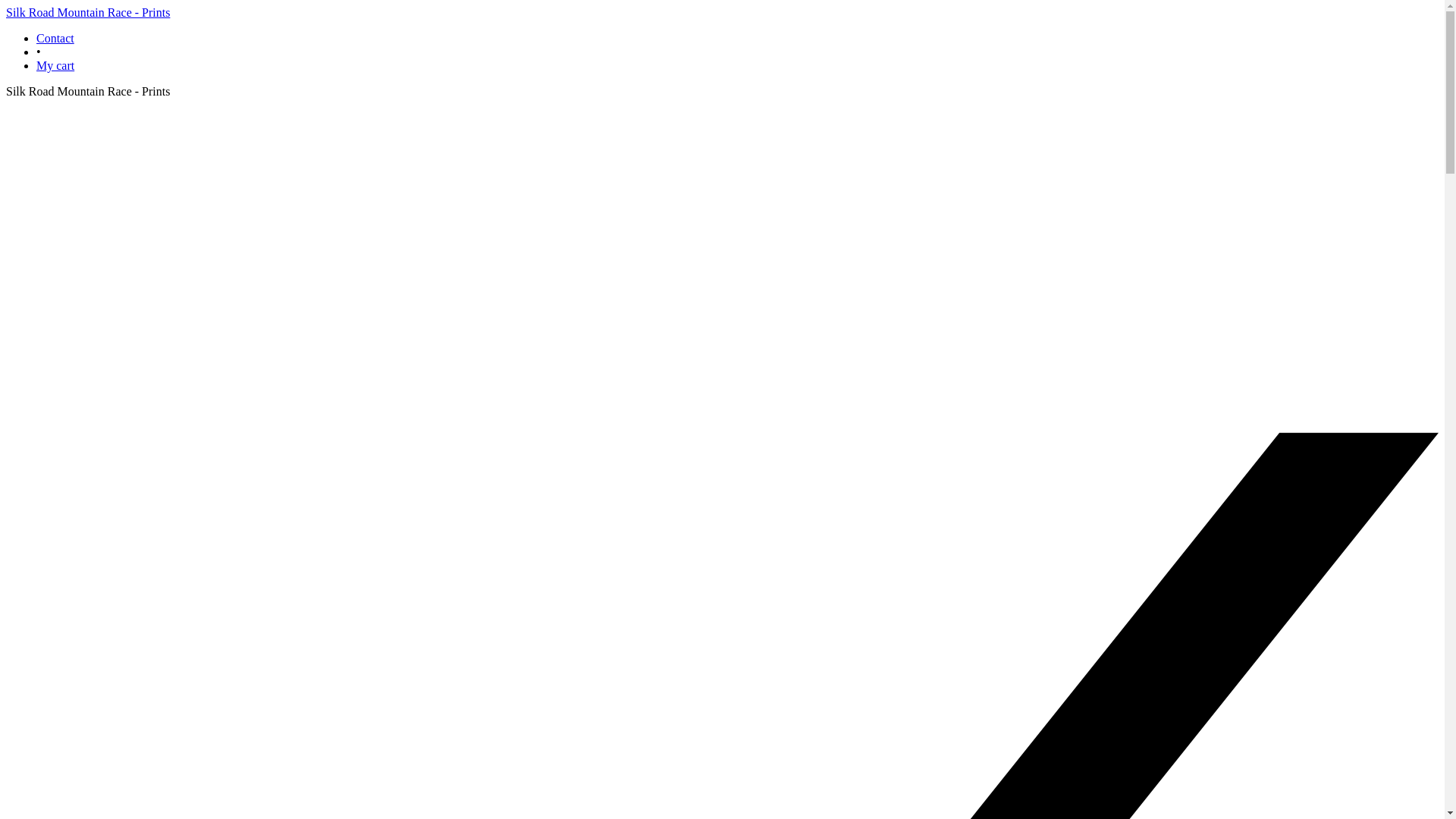  What do you see at coordinates (86, 12) in the screenshot?
I see `'Silk Road Mountain Race - Prints'` at bounding box center [86, 12].